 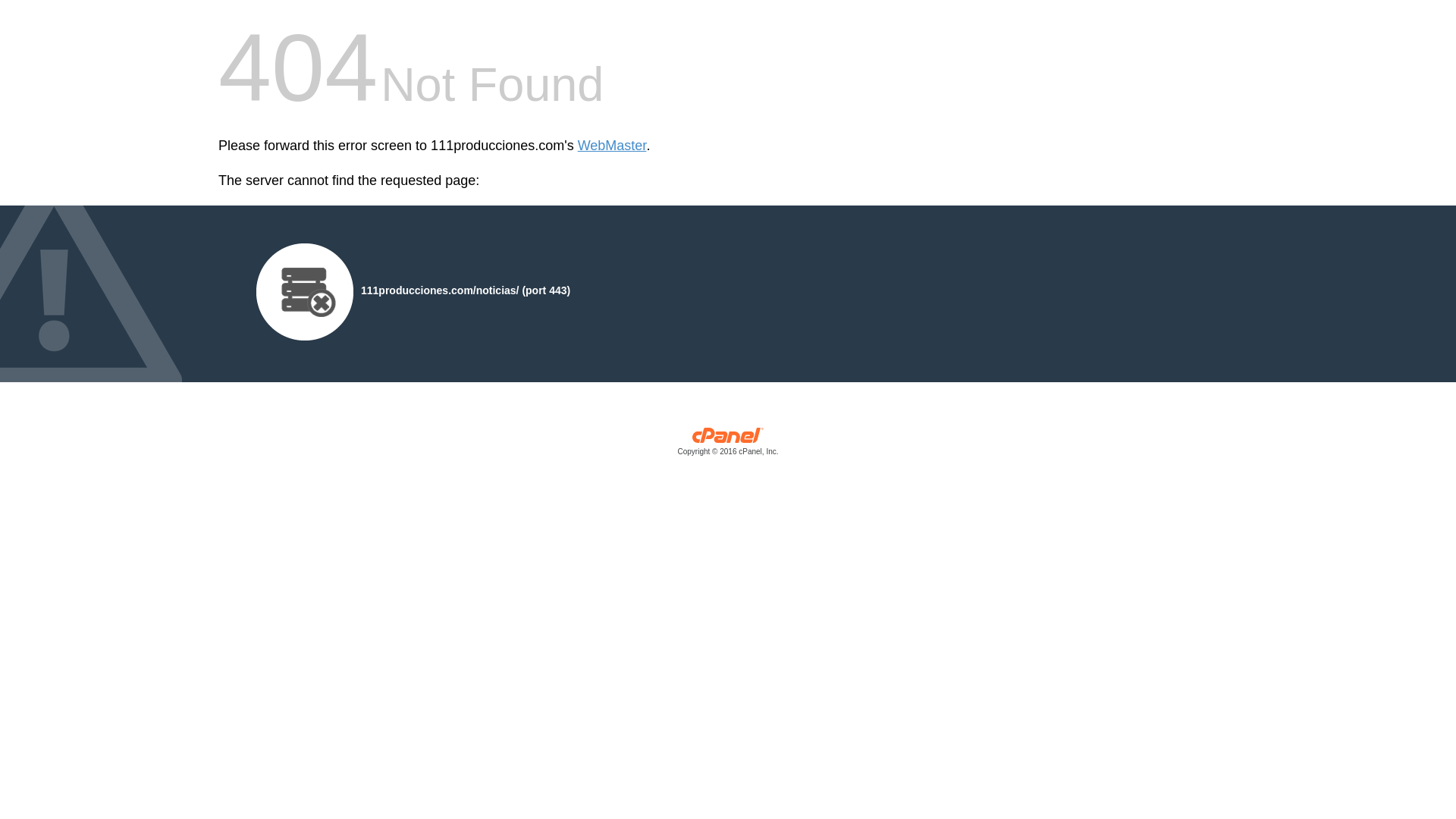 What do you see at coordinates (612, 146) in the screenshot?
I see `'WebMaster'` at bounding box center [612, 146].